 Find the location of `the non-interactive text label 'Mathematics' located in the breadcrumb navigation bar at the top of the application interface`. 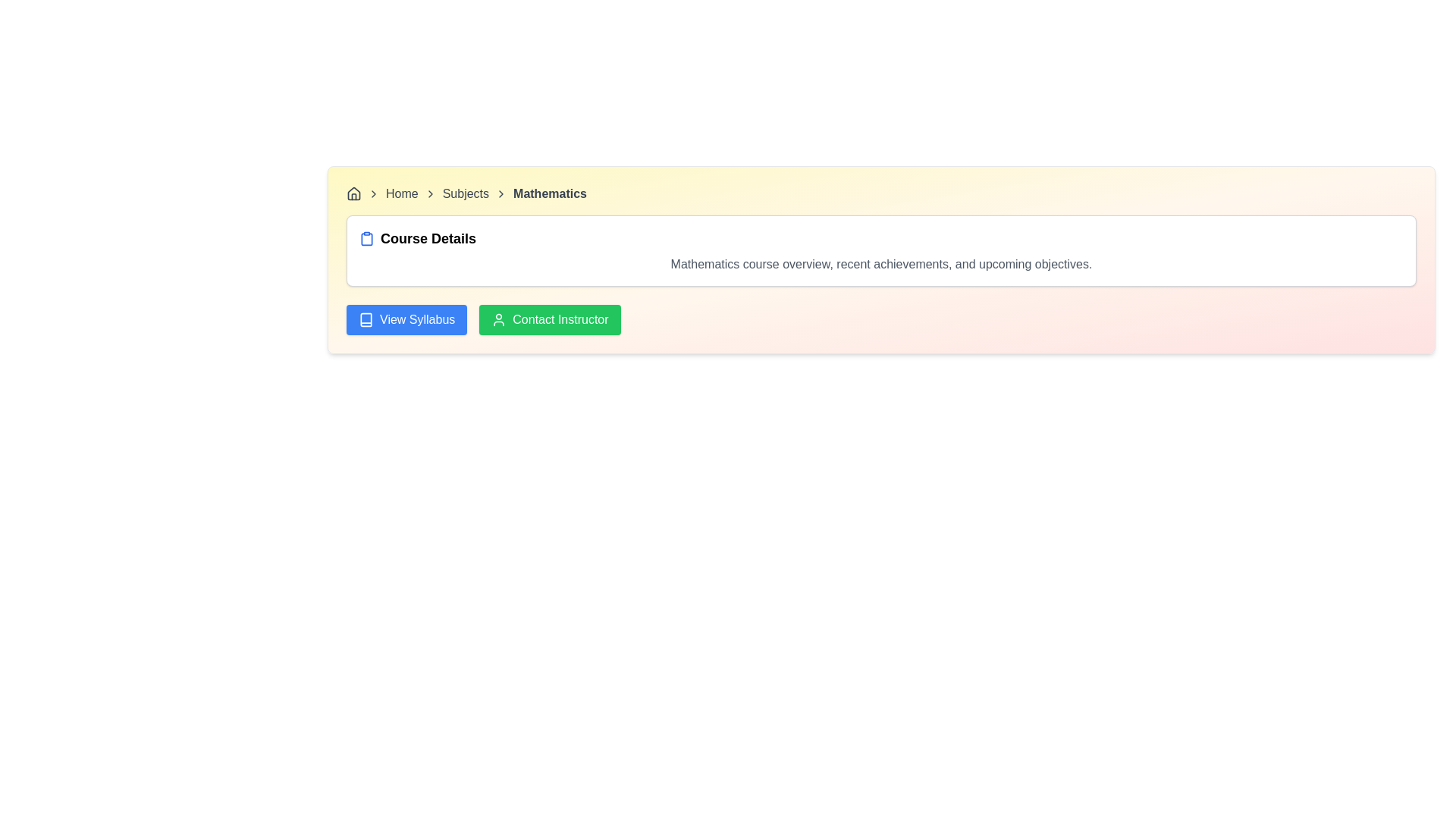

the non-interactive text label 'Mathematics' located in the breadcrumb navigation bar at the top of the application interface is located at coordinates (549, 193).